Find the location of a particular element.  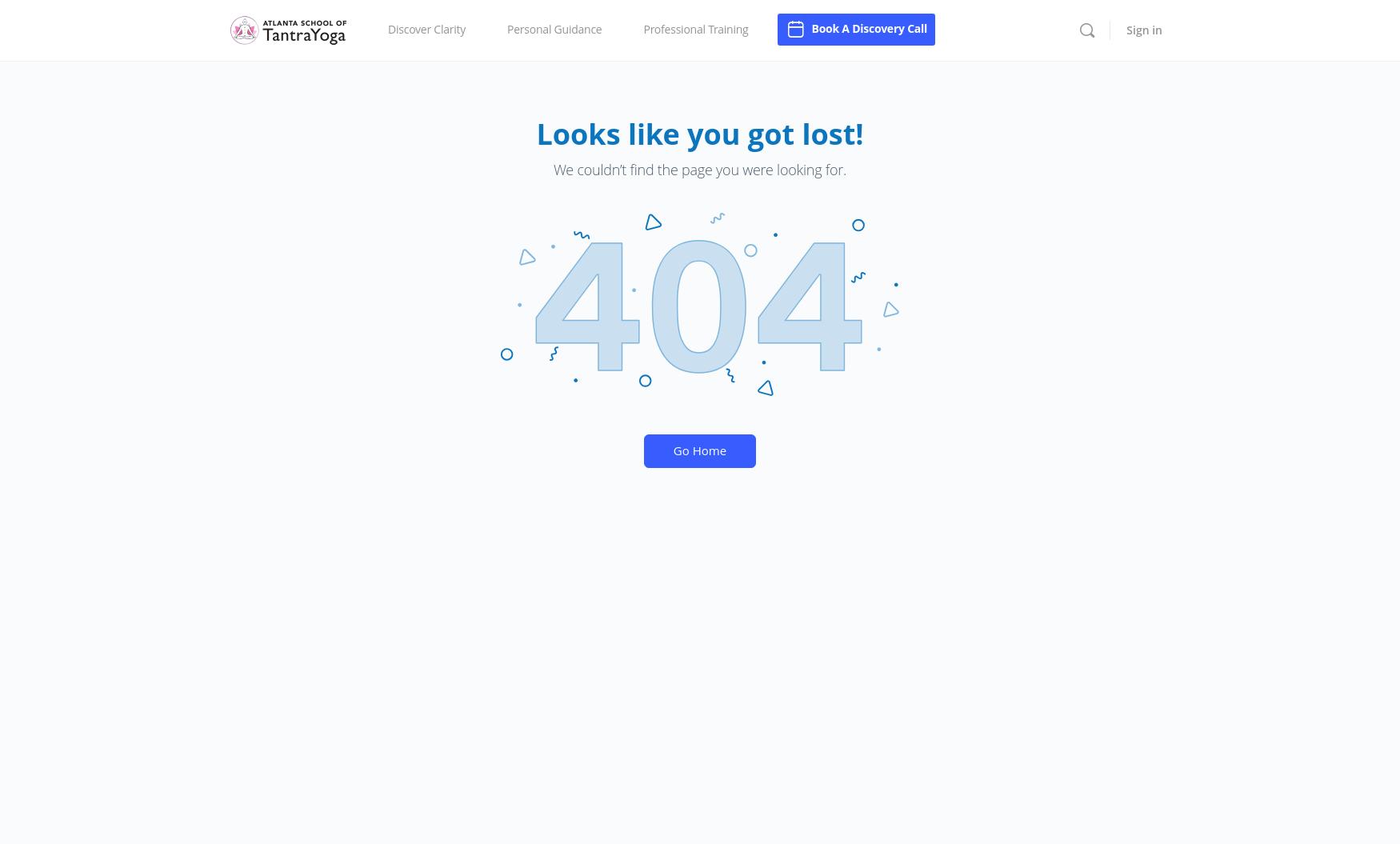

'Ecstatic Relationship® Coaching for Couples' is located at coordinates (509, 122).